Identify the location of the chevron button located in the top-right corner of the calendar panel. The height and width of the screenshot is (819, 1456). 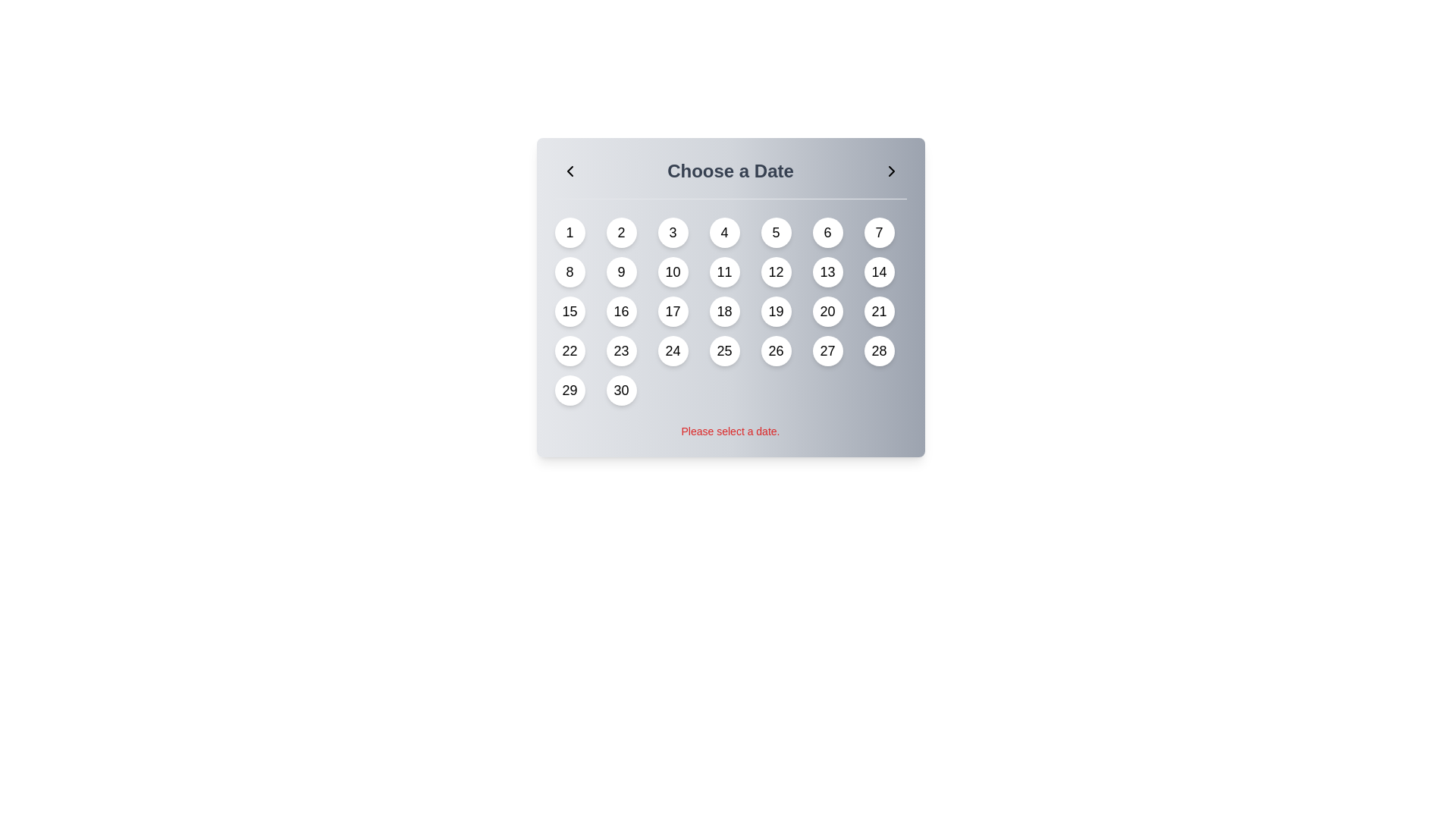
(891, 171).